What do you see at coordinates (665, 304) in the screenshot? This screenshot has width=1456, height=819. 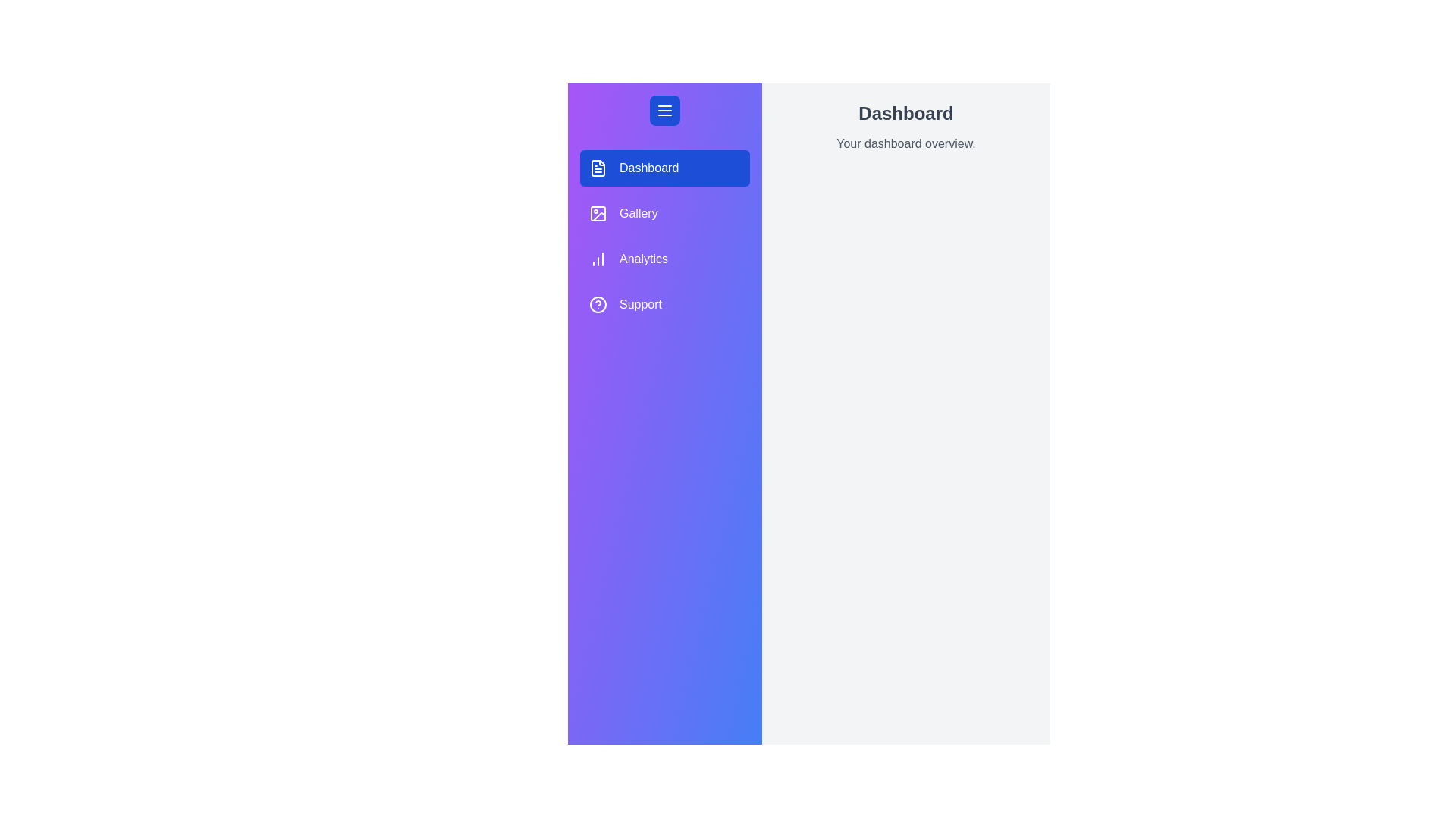 I see `the menu item labeled 'Support' to highlight it` at bounding box center [665, 304].